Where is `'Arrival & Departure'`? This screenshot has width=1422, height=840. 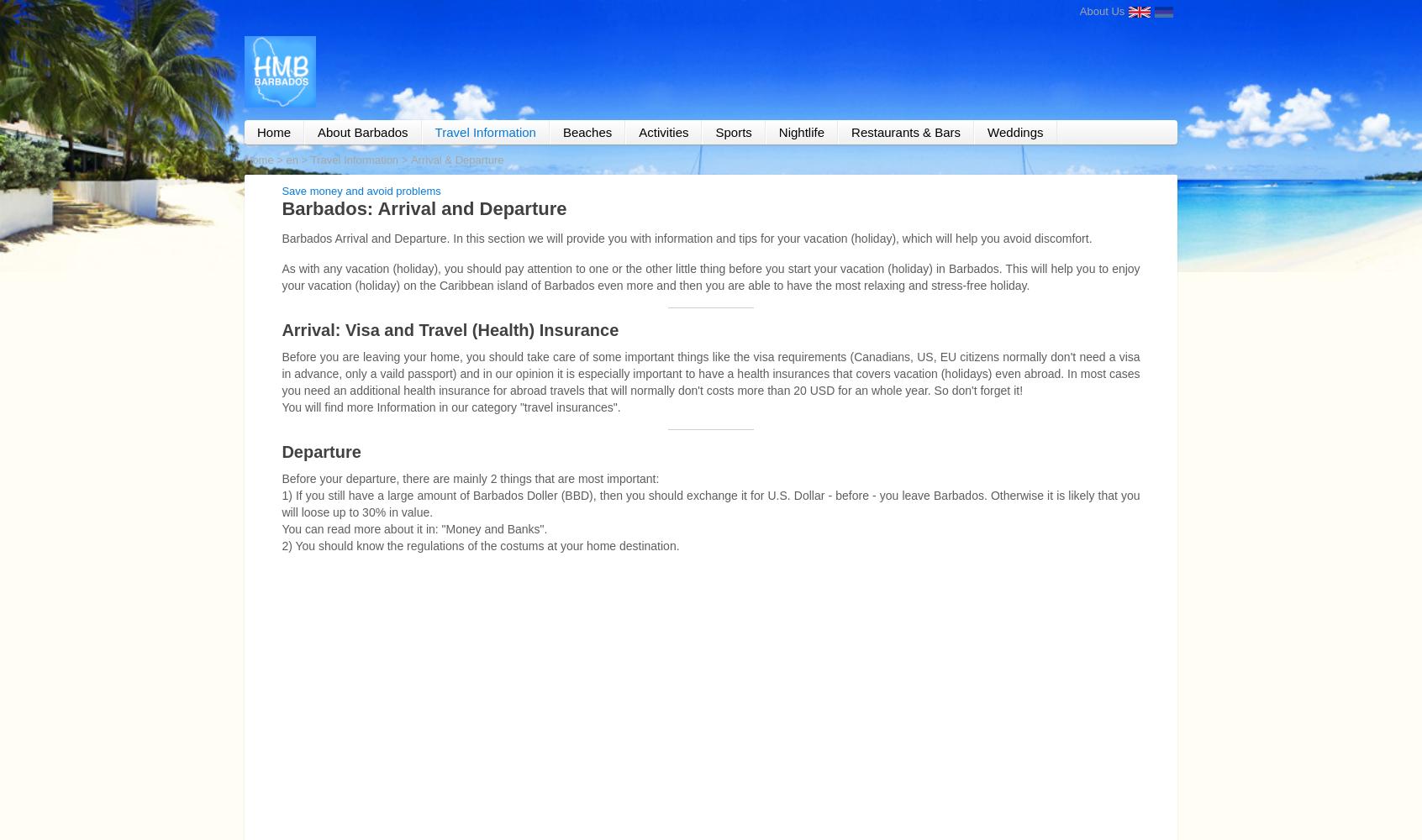 'Arrival & Departure' is located at coordinates (408, 158).